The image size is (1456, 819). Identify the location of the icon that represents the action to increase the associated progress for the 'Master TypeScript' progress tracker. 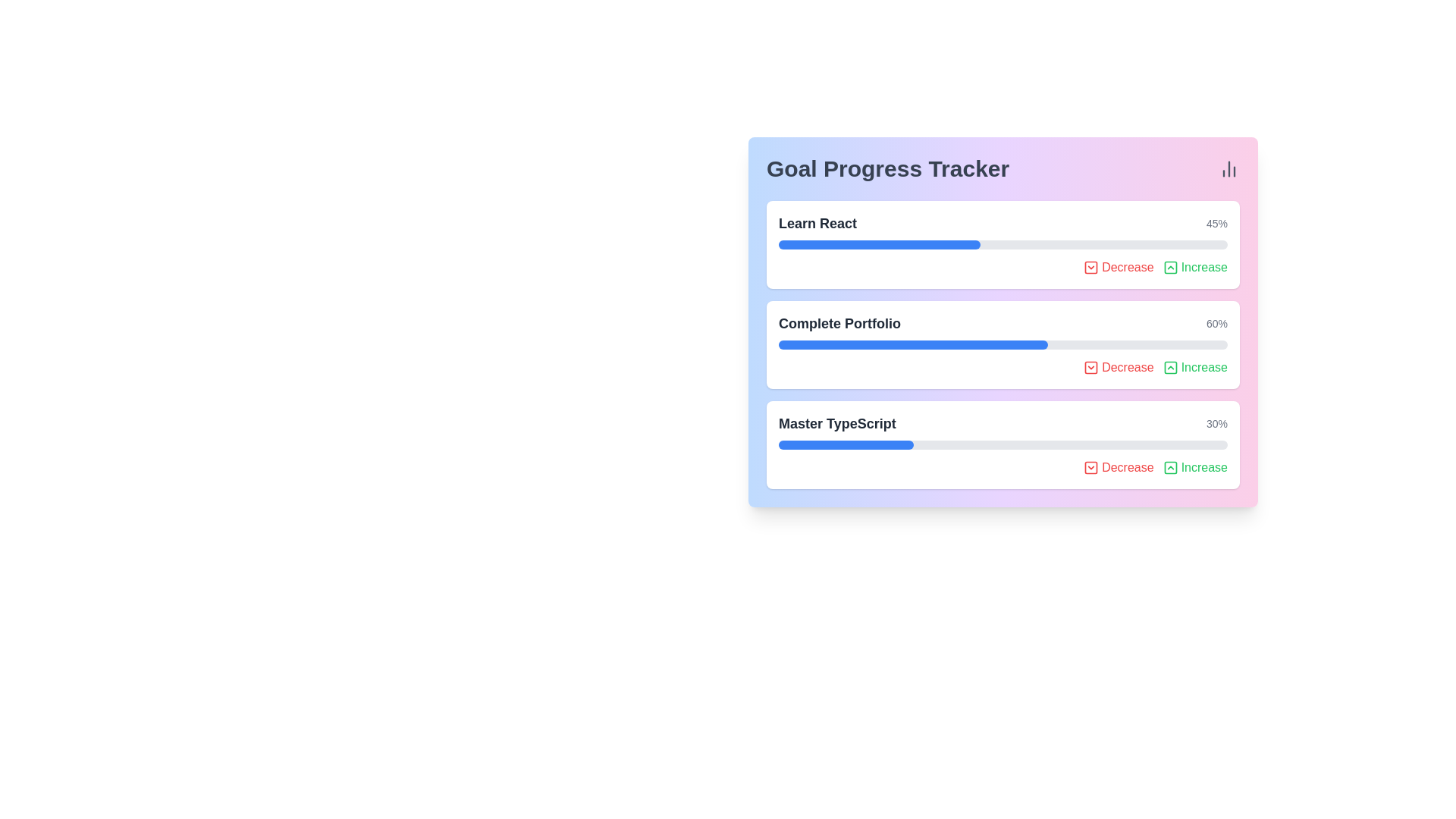
(1169, 467).